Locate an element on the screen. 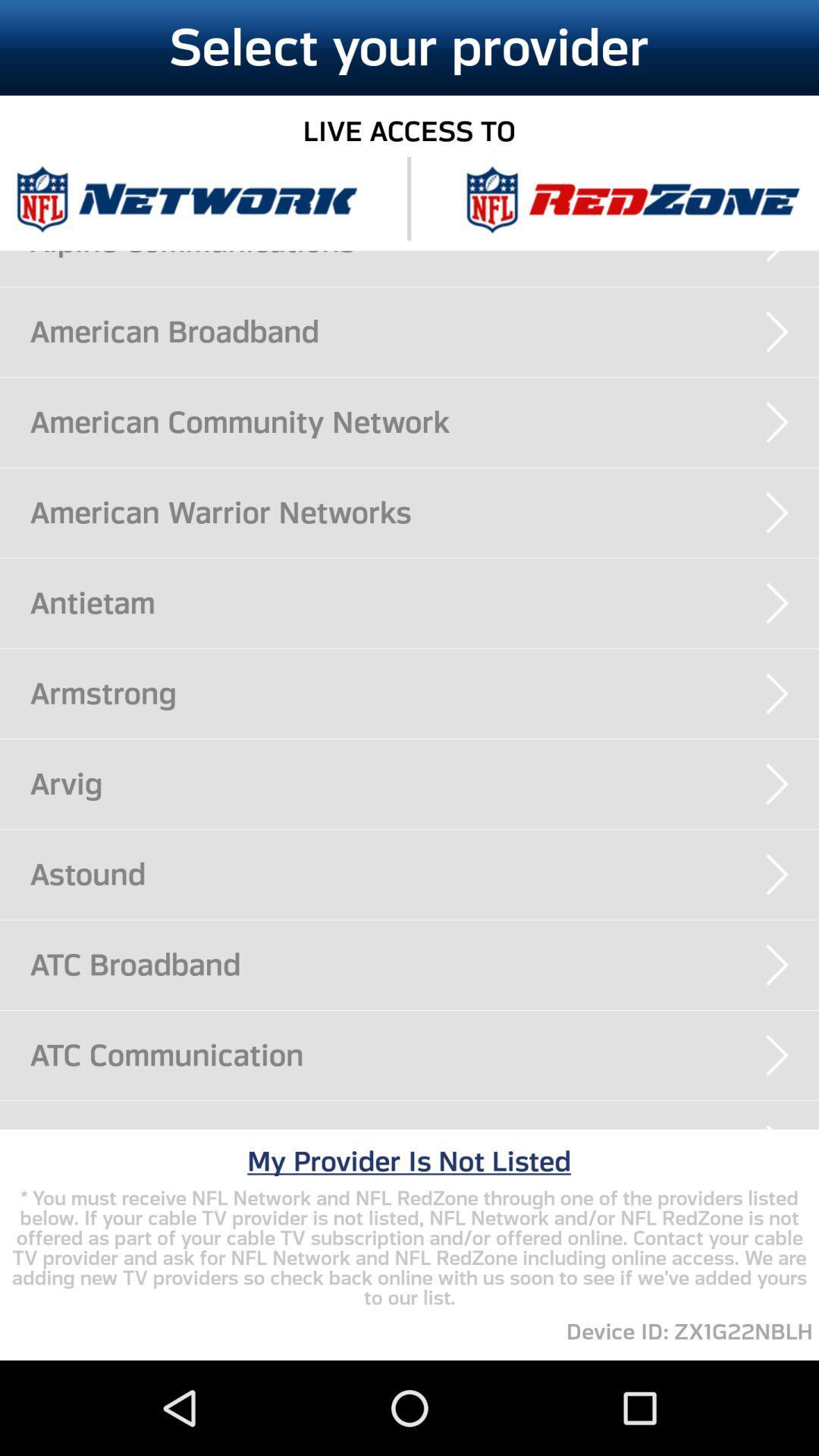 The height and width of the screenshot is (1456, 819). atlantic broadband app is located at coordinates (424, 1129).